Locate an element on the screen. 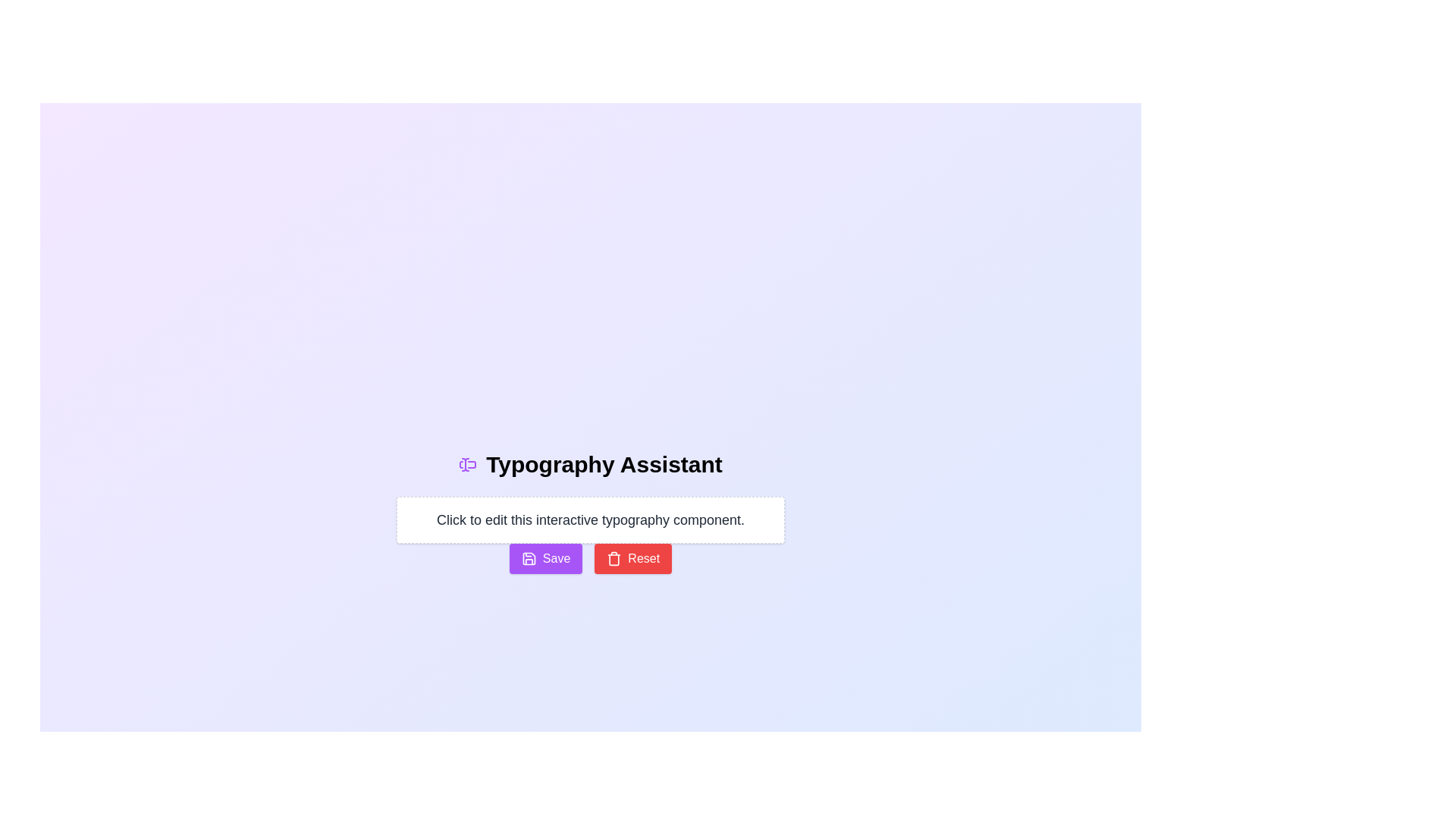  the red 'Reset' button with white text and a trash bin icon to reset the form is located at coordinates (633, 558).